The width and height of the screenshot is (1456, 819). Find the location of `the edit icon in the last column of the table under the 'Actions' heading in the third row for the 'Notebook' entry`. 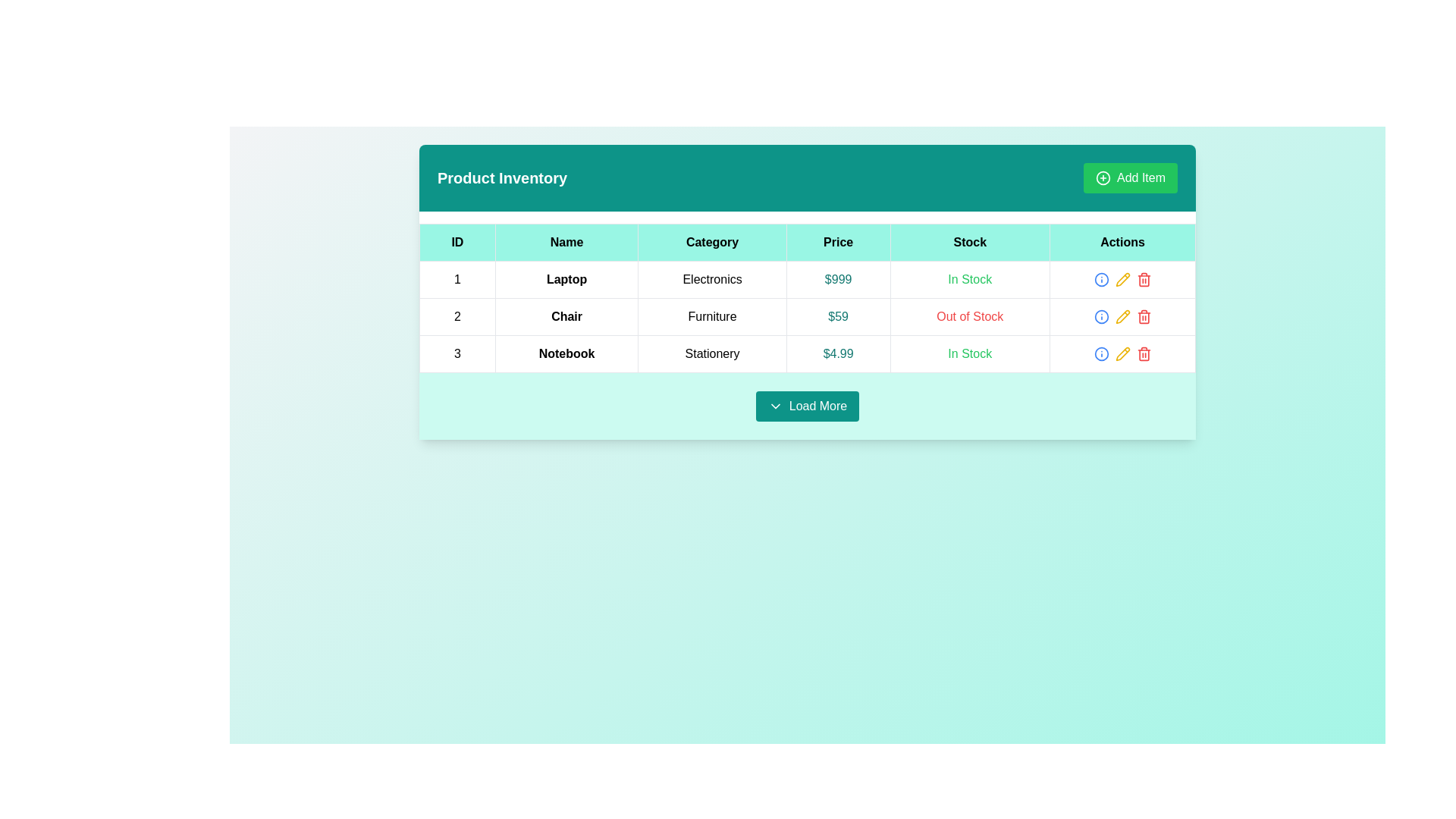

the edit icon in the last column of the table under the 'Actions' heading in the third row for the 'Notebook' entry is located at coordinates (1122, 280).